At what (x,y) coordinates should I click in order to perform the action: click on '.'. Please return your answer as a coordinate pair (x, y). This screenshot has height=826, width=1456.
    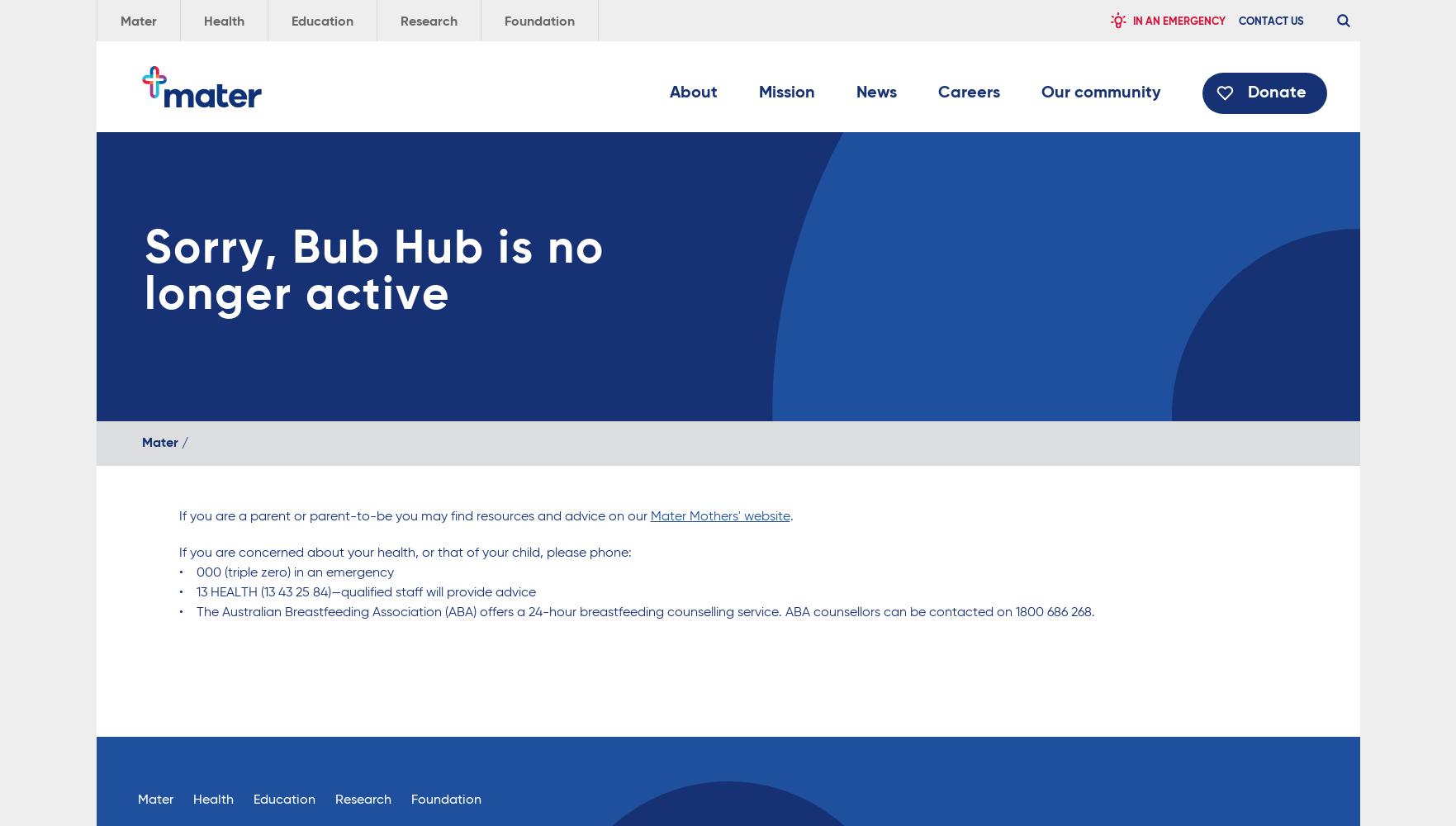
    Looking at the image, I should click on (790, 517).